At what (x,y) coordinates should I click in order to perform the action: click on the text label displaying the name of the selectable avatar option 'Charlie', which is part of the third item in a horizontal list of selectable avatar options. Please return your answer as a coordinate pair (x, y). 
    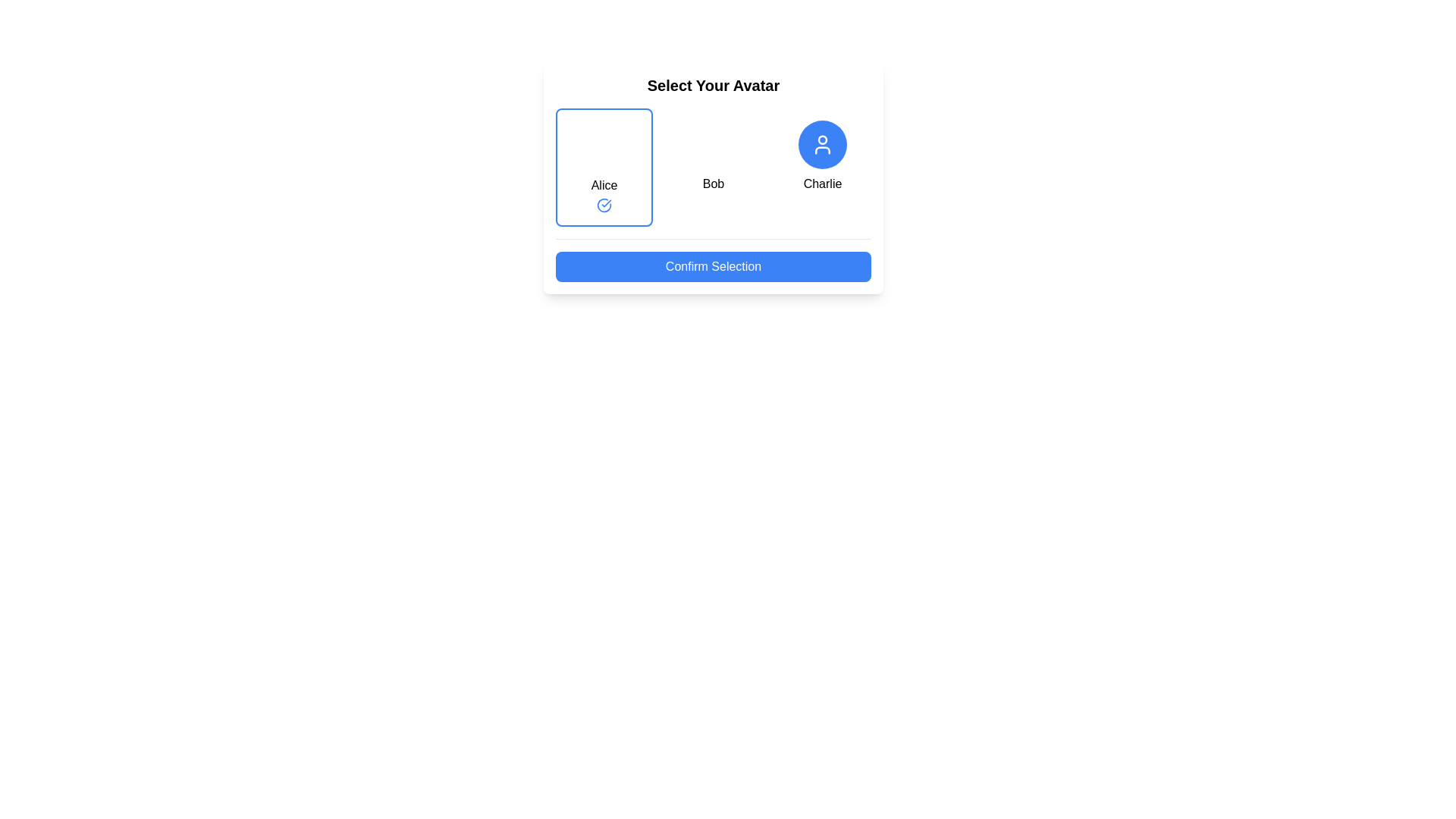
    Looking at the image, I should click on (821, 184).